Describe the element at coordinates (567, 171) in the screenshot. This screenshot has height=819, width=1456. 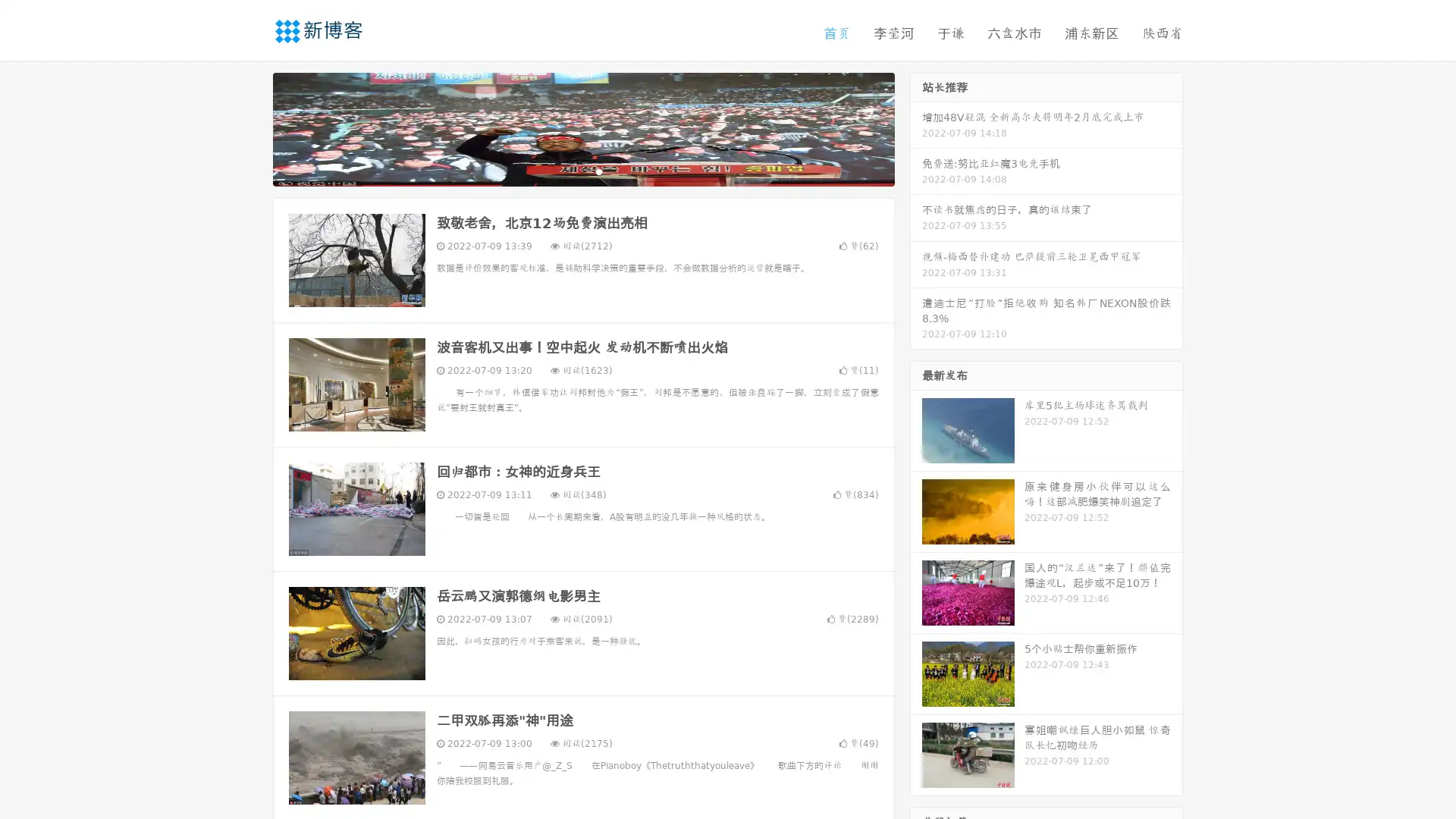
I see `Go to slide 1` at that location.